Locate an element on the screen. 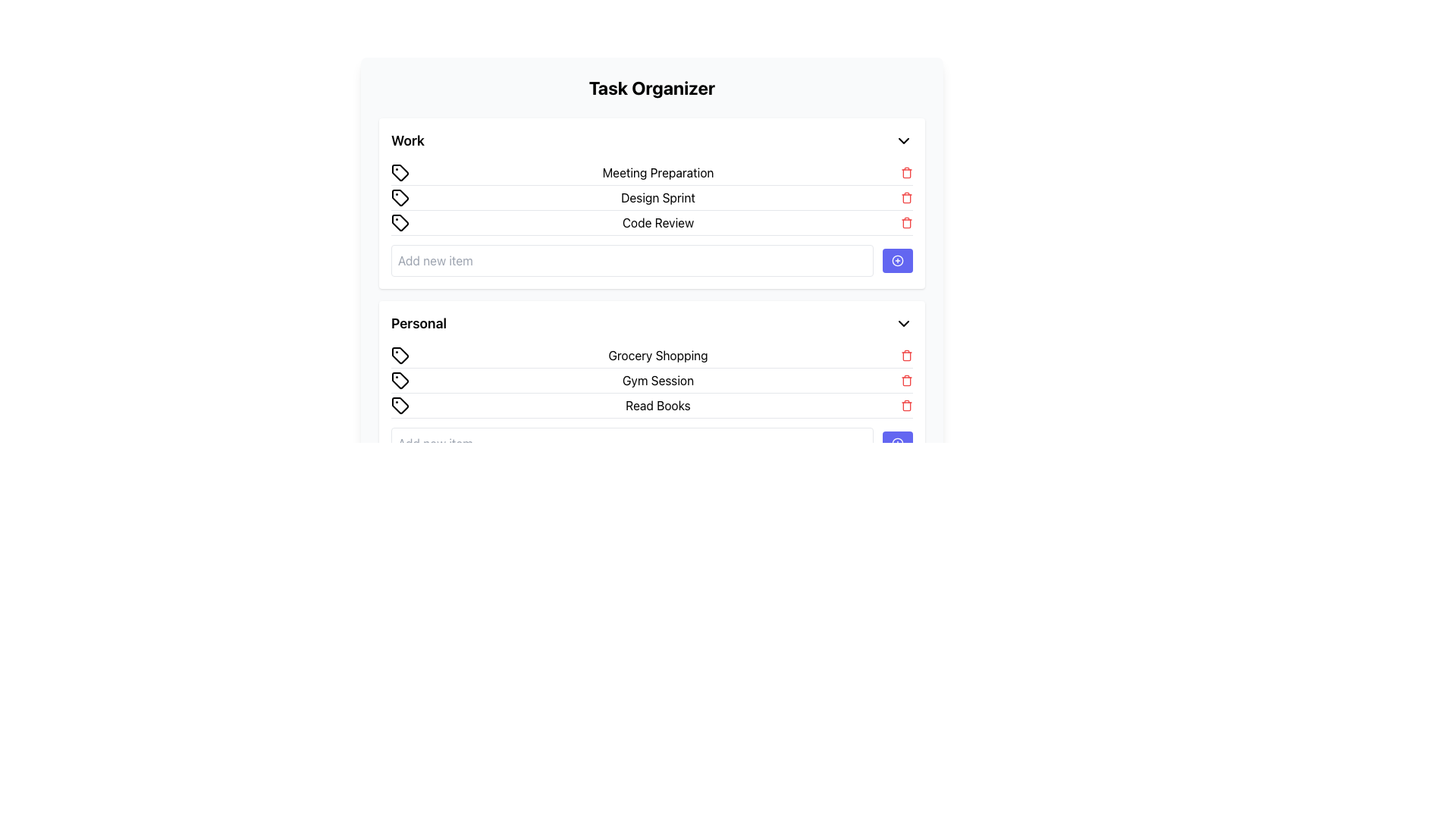  the small circular button with a vibrant indigo background and white text, located near the bottom-right corner of the input area is located at coordinates (898, 444).